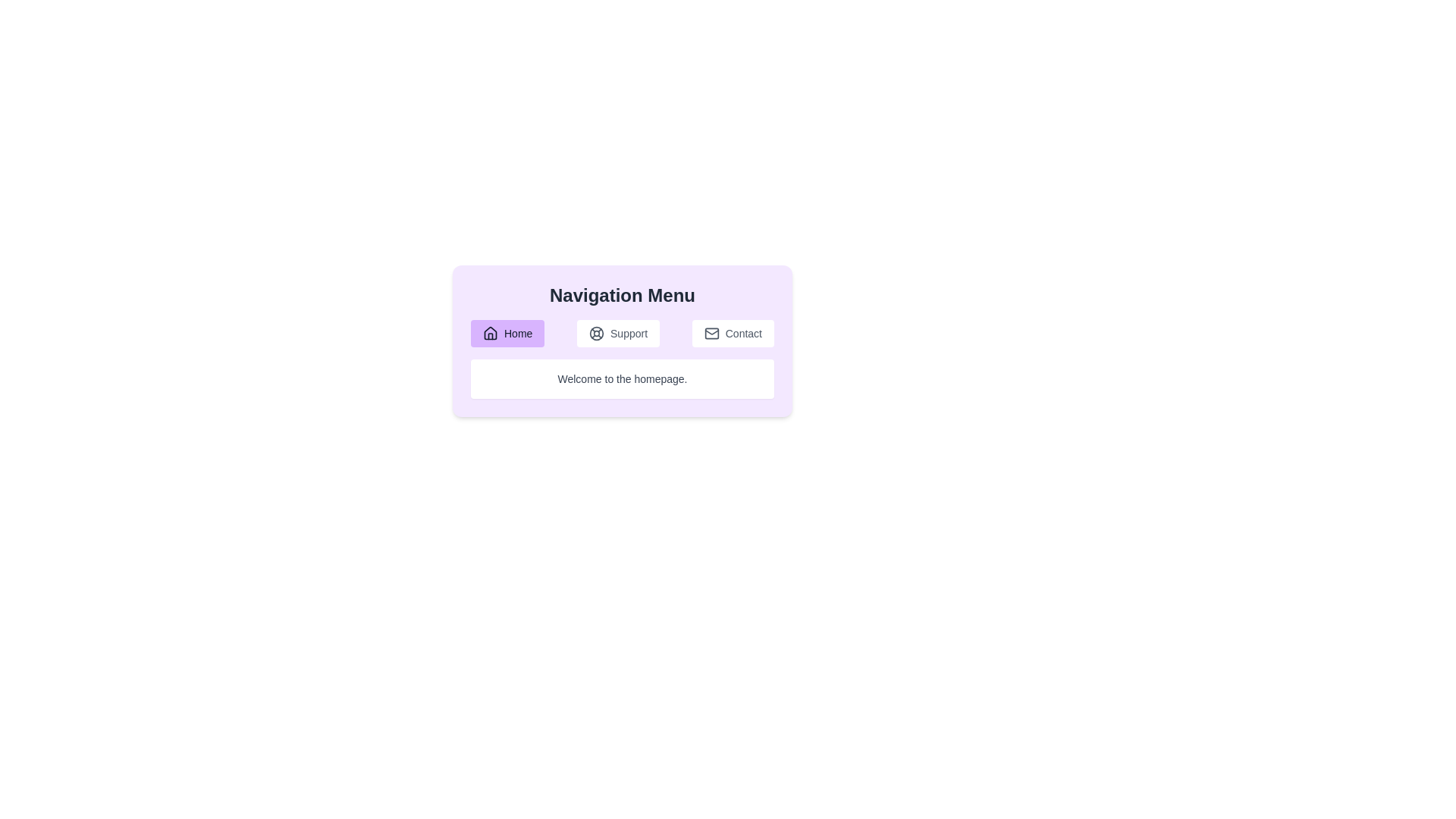  Describe the element at coordinates (618, 332) in the screenshot. I see `the 'Support' navigation button, which features a life-ring icon and is styled with a light color scheme` at that location.